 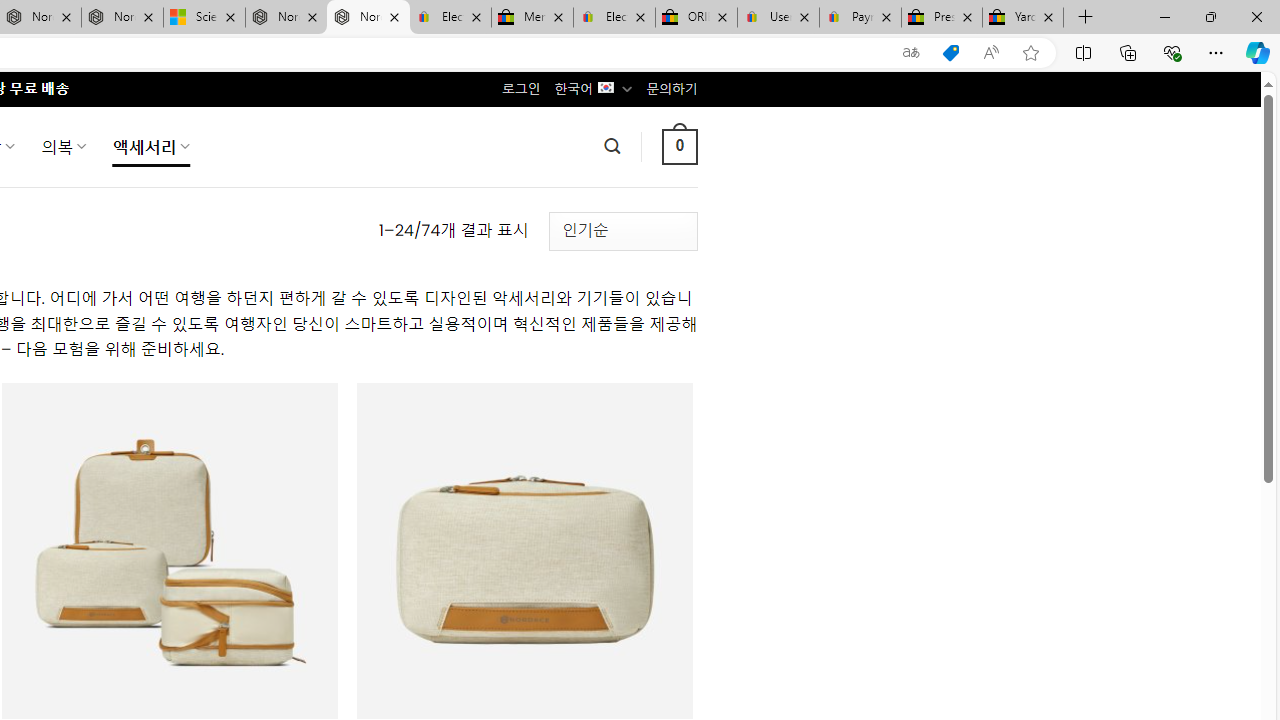 What do you see at coordinates (1023, 17) in the screenshot?
I see `'Yard, Garden & Outdoor Living'` at bounding box center [1023, 17].